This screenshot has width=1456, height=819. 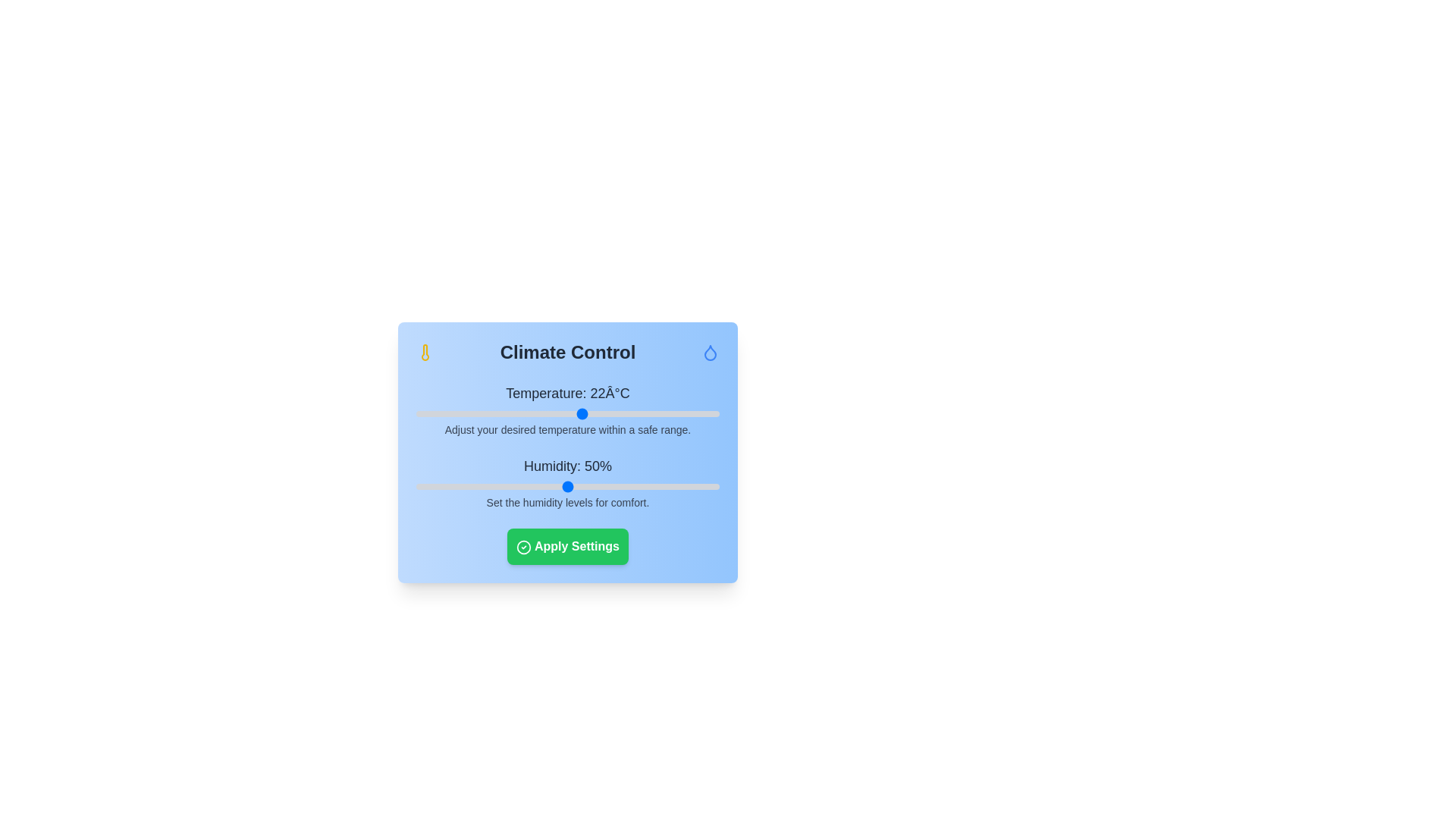 What do you see at coordinates (524, 547) in the screenshot?
I see `the SVG Circle element, which is a circular outline within the 'Apply Settings' button at the bottom of the Climate Control widget` at bounding box center [524, 547].